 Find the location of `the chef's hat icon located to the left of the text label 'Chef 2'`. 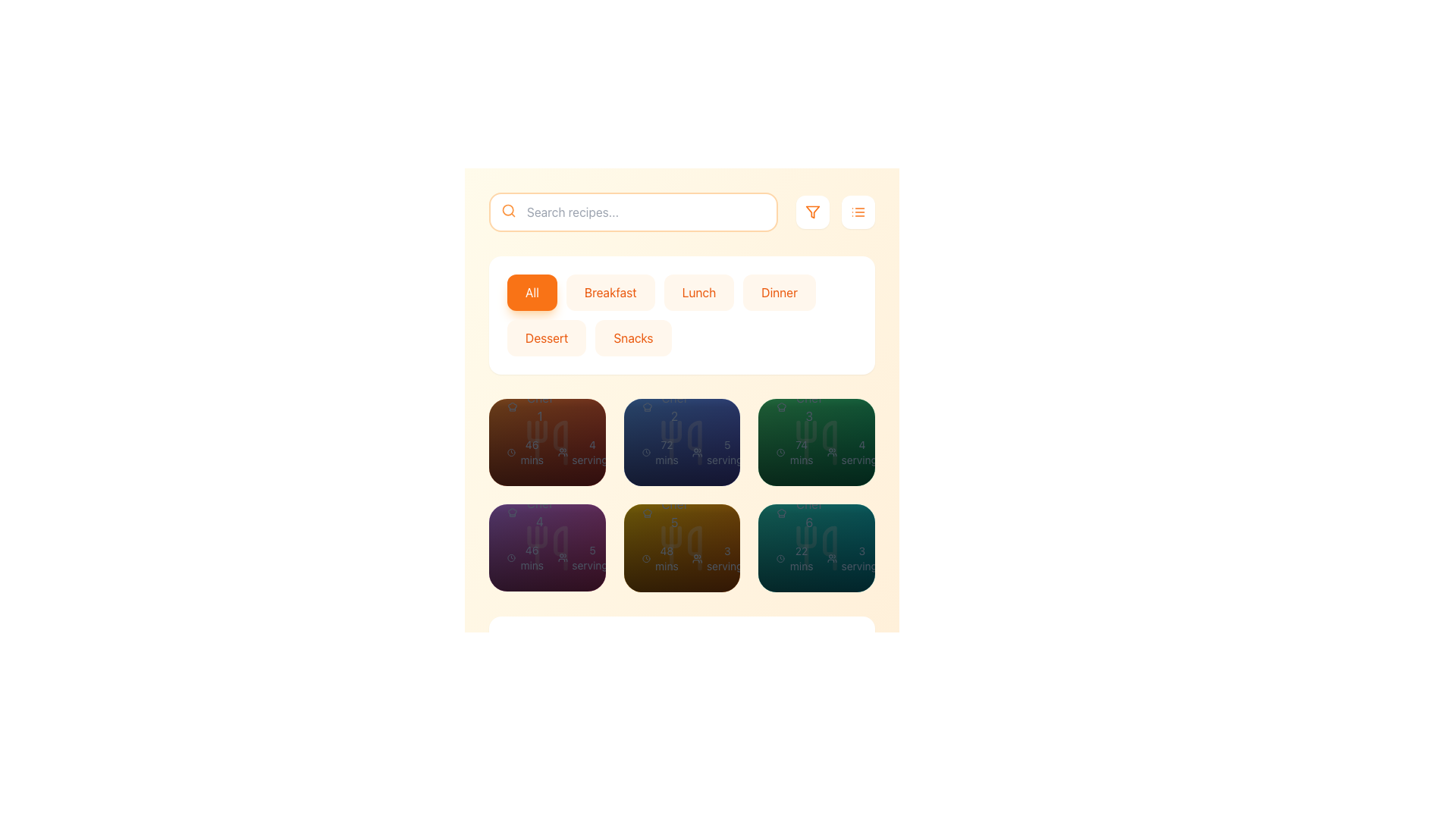

the chef's hat icon located to the left of the text label 'Chef 2' is located at coordinates (647, 406).